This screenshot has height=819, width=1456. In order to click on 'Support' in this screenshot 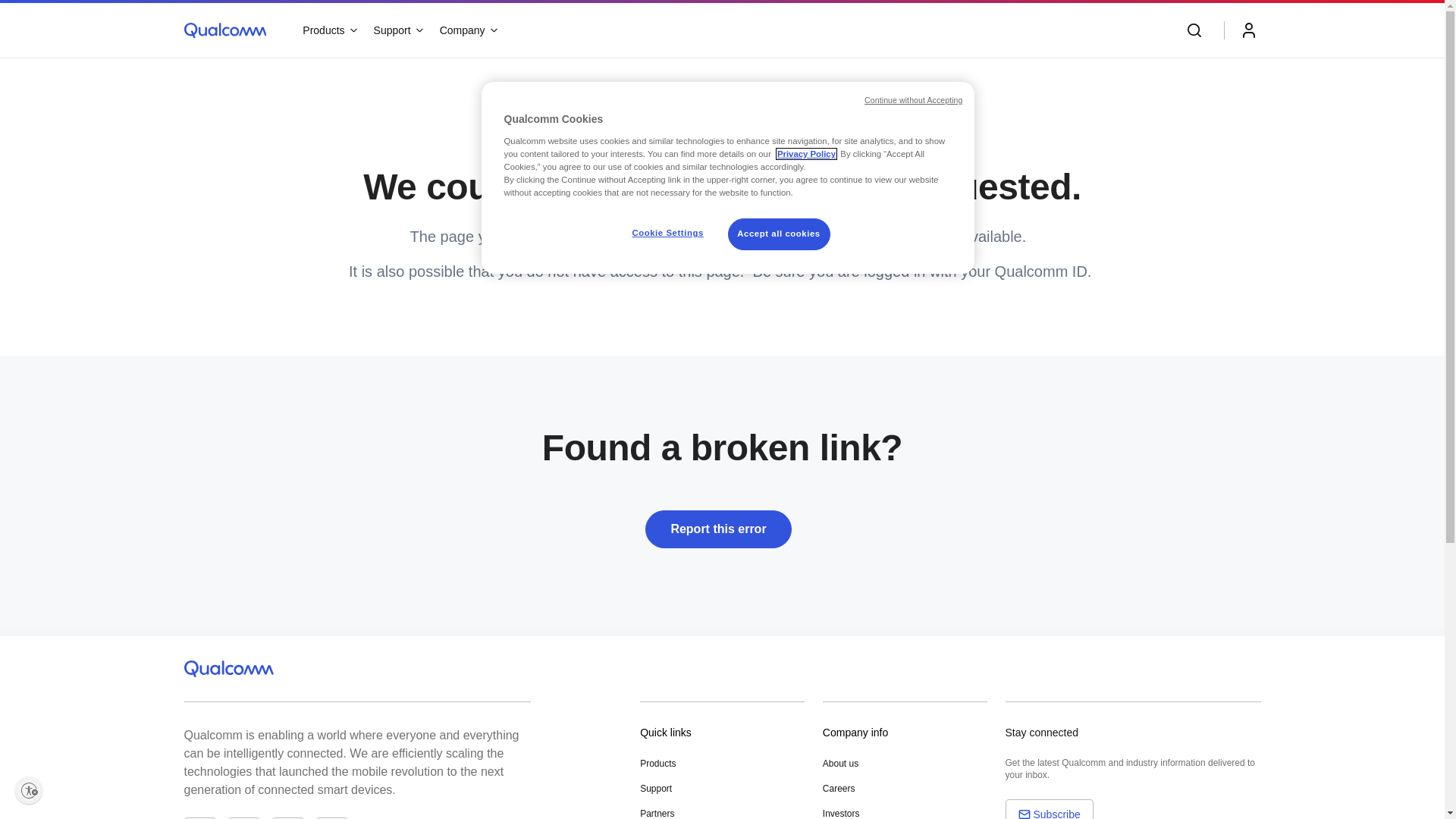, I will do `click(397, 30)`.